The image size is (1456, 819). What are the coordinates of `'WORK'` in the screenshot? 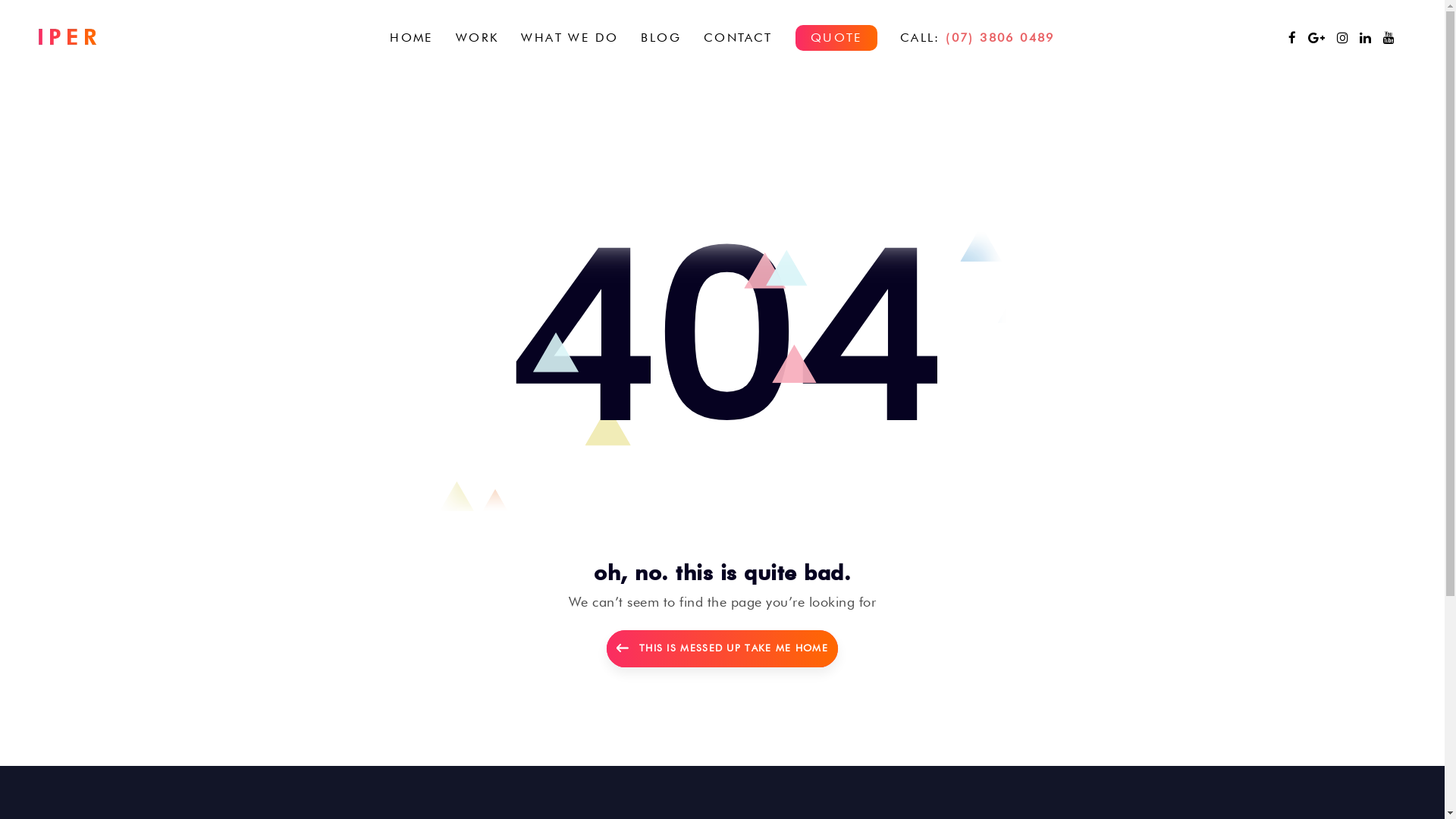 It's located at (476, 36).